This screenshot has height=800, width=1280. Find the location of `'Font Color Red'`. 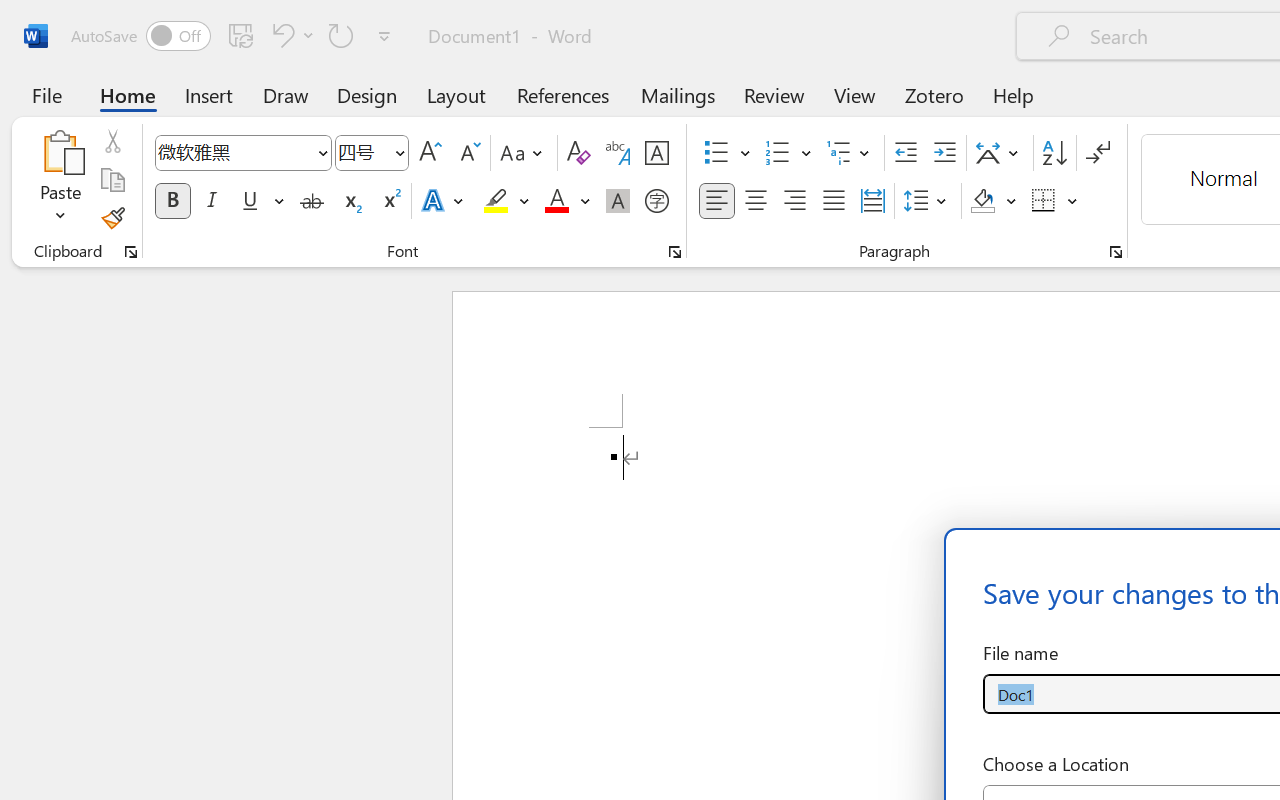

'Font Color Red' is located at coordinates (556, 201).